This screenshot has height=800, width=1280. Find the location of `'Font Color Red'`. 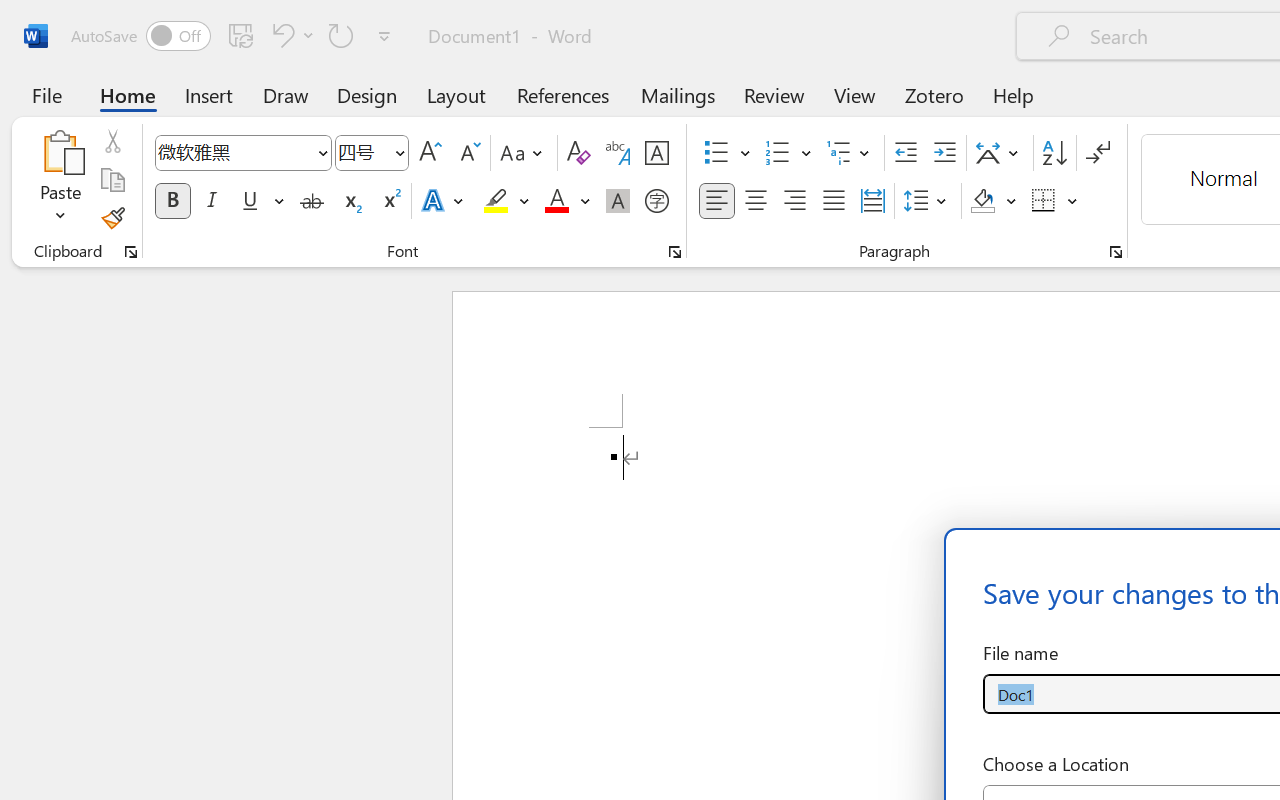

'Font Color Red' is located at coordinates (556, 201).